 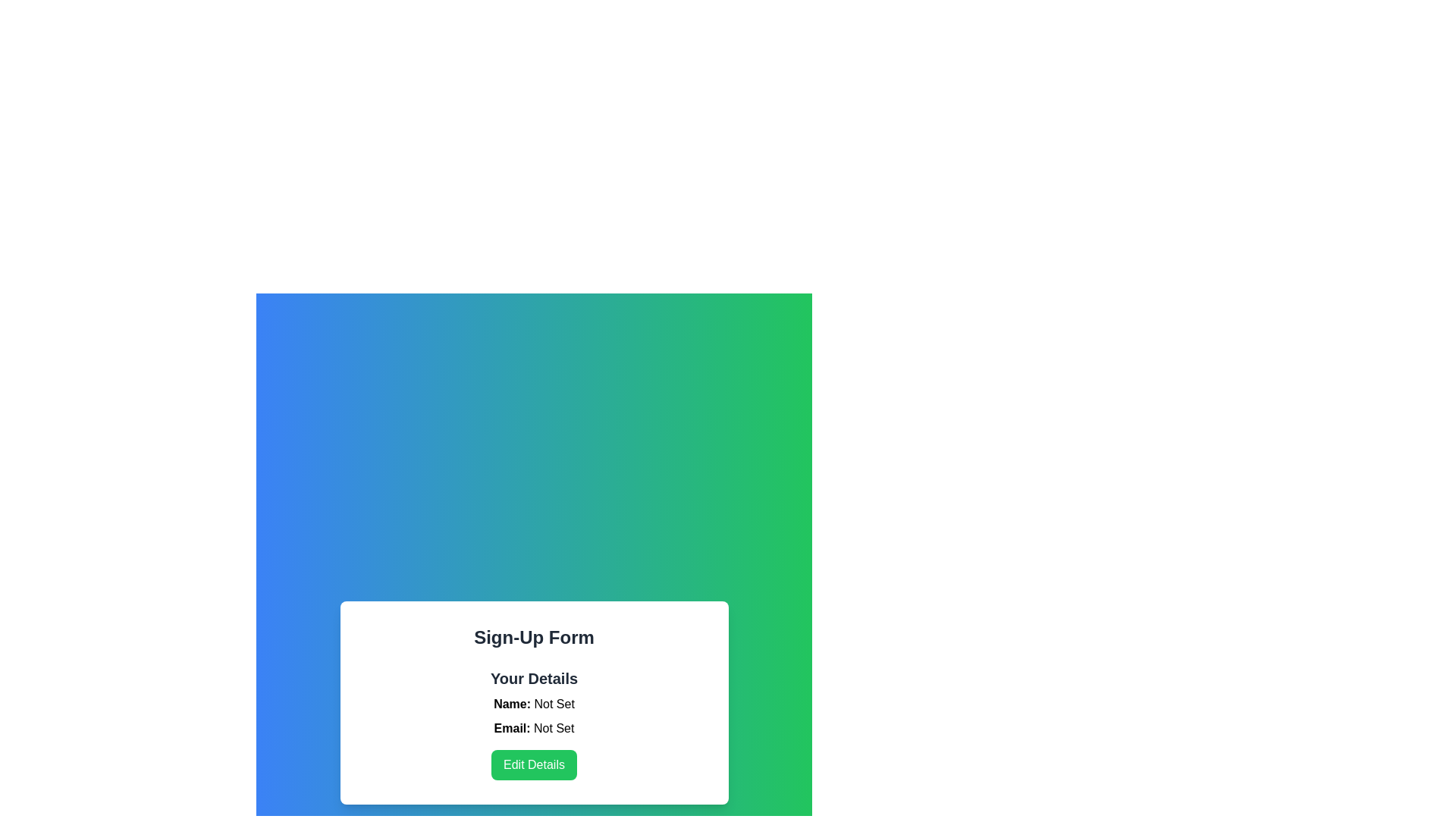 I want to click on the green 'Edit Details' button with white text, located below 'Email: Not Set' in the 'Your Details' section, so click(x=534, y=765).